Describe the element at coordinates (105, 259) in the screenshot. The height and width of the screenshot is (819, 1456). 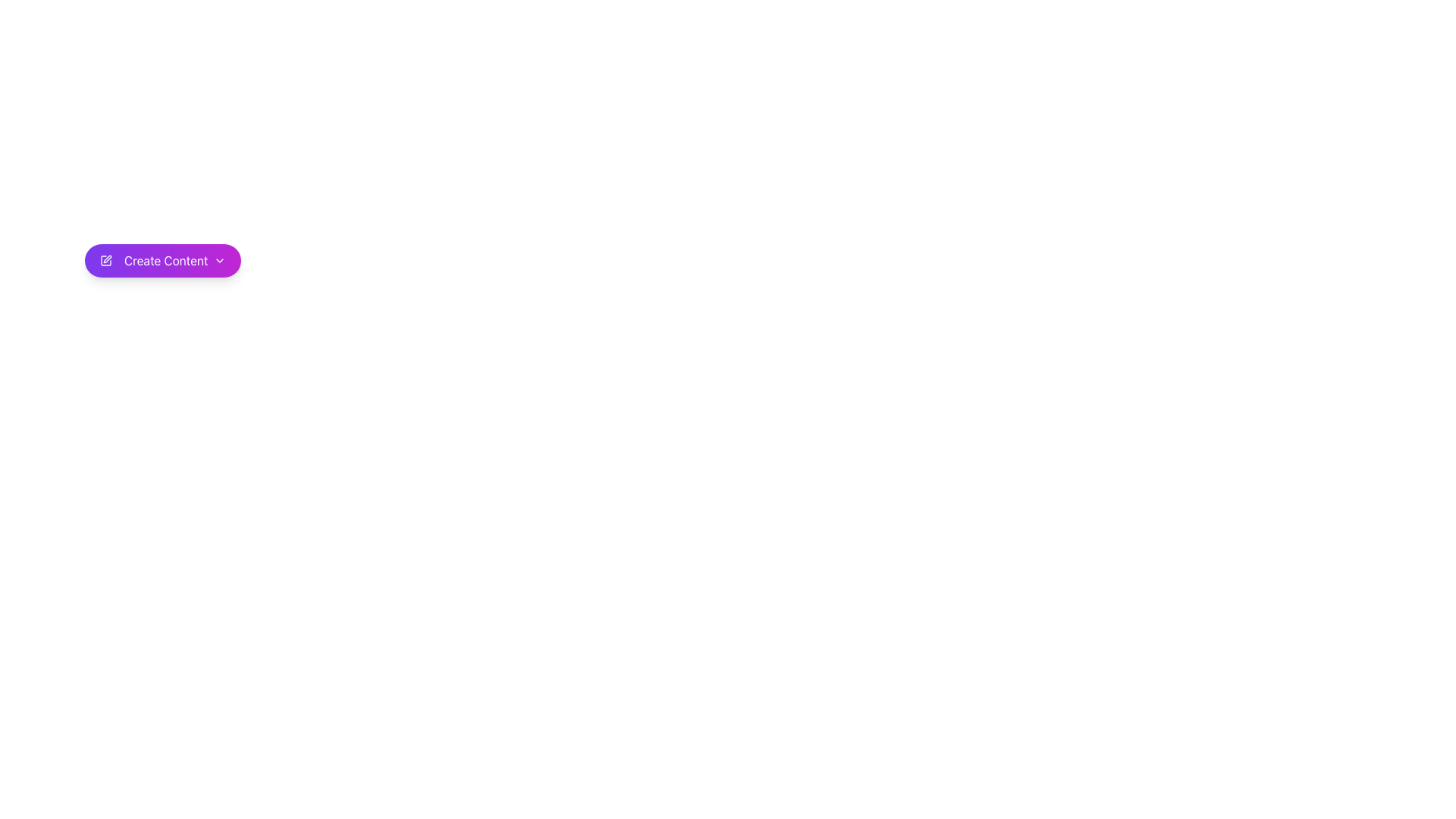
I see `the icon representing the 'Create Content' action, which is the leftmost element within the purple 'Create Content' button` at that location.